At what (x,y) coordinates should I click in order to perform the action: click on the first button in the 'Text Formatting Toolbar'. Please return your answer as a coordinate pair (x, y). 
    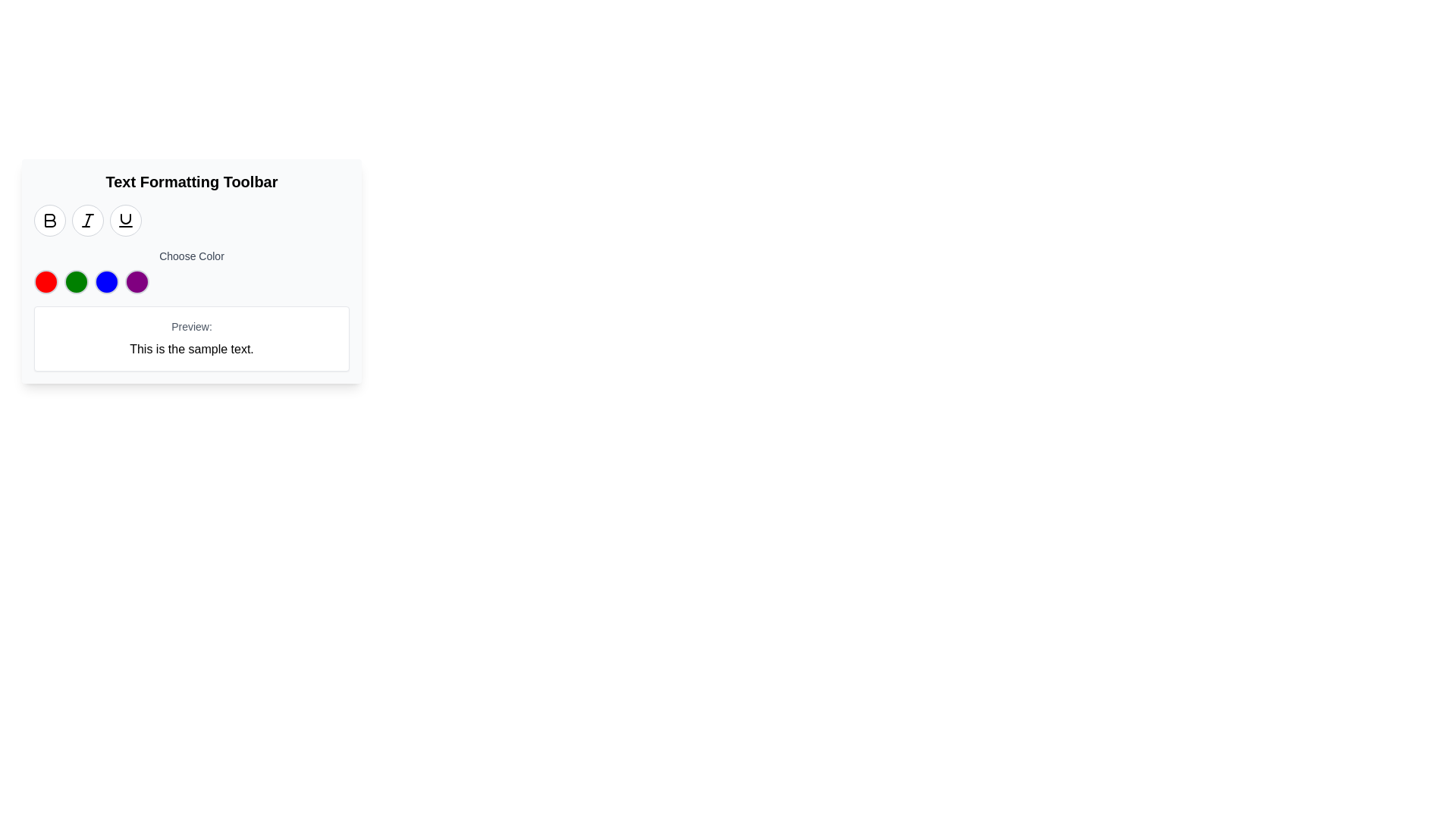
    Looking at the image, I should click on (50, 220).